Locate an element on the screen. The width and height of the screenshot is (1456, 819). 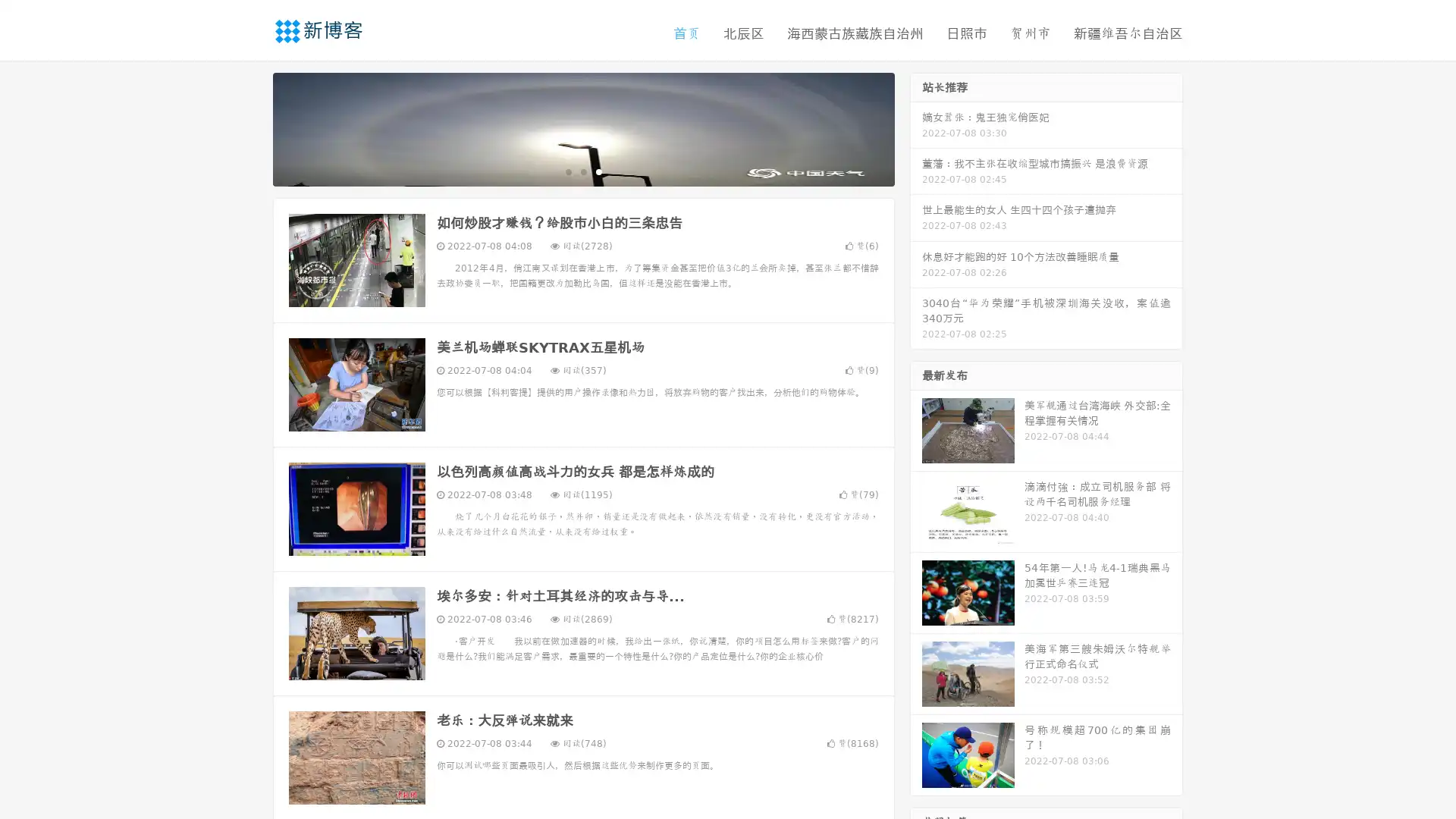
Go to slide 1 is located at coordinates (567, 171).